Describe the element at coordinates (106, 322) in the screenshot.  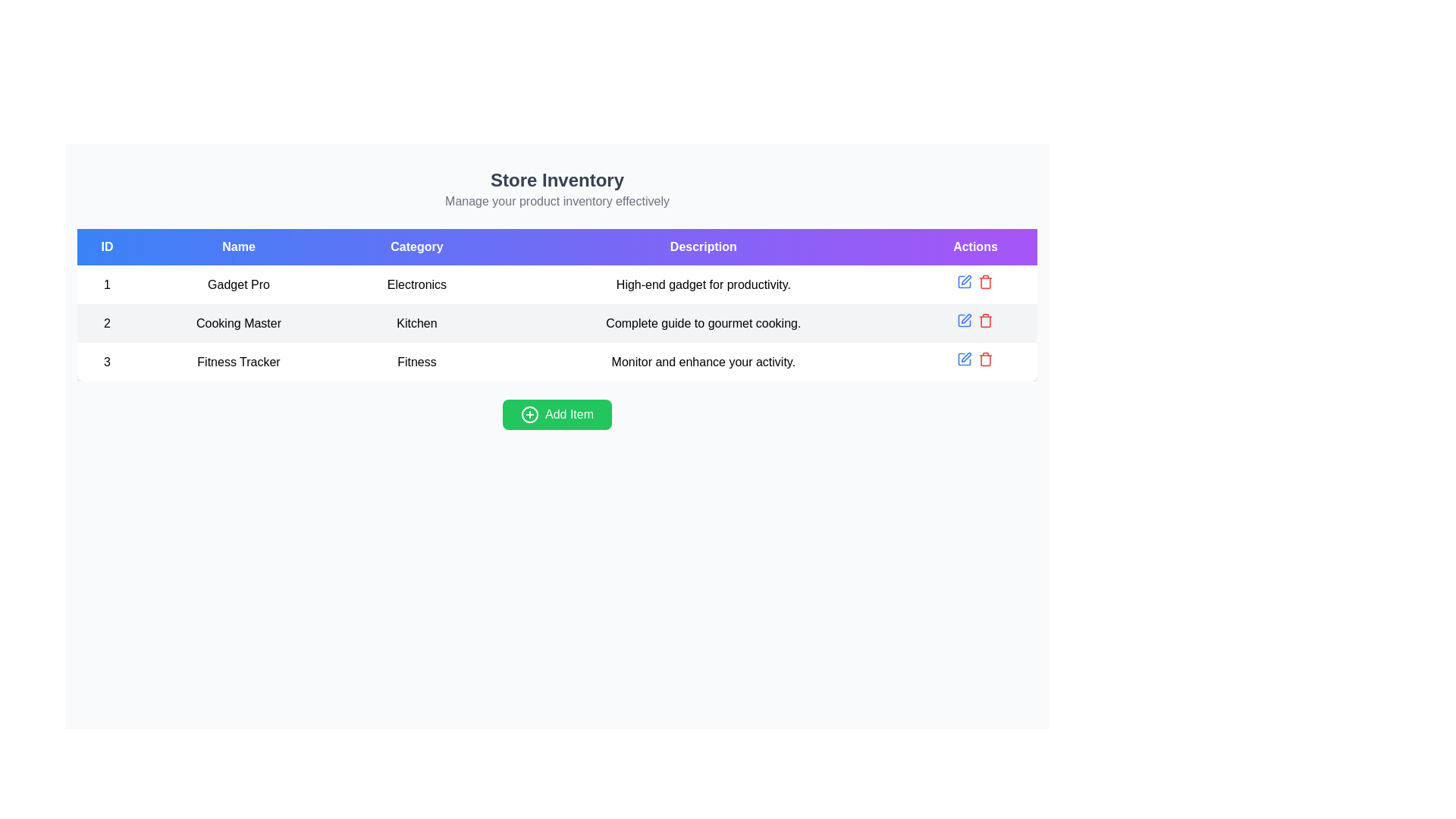
I see `text of the Text label displaying the numeral '2' in black text, located in the second row of the table under the 'ID' column` at that location.